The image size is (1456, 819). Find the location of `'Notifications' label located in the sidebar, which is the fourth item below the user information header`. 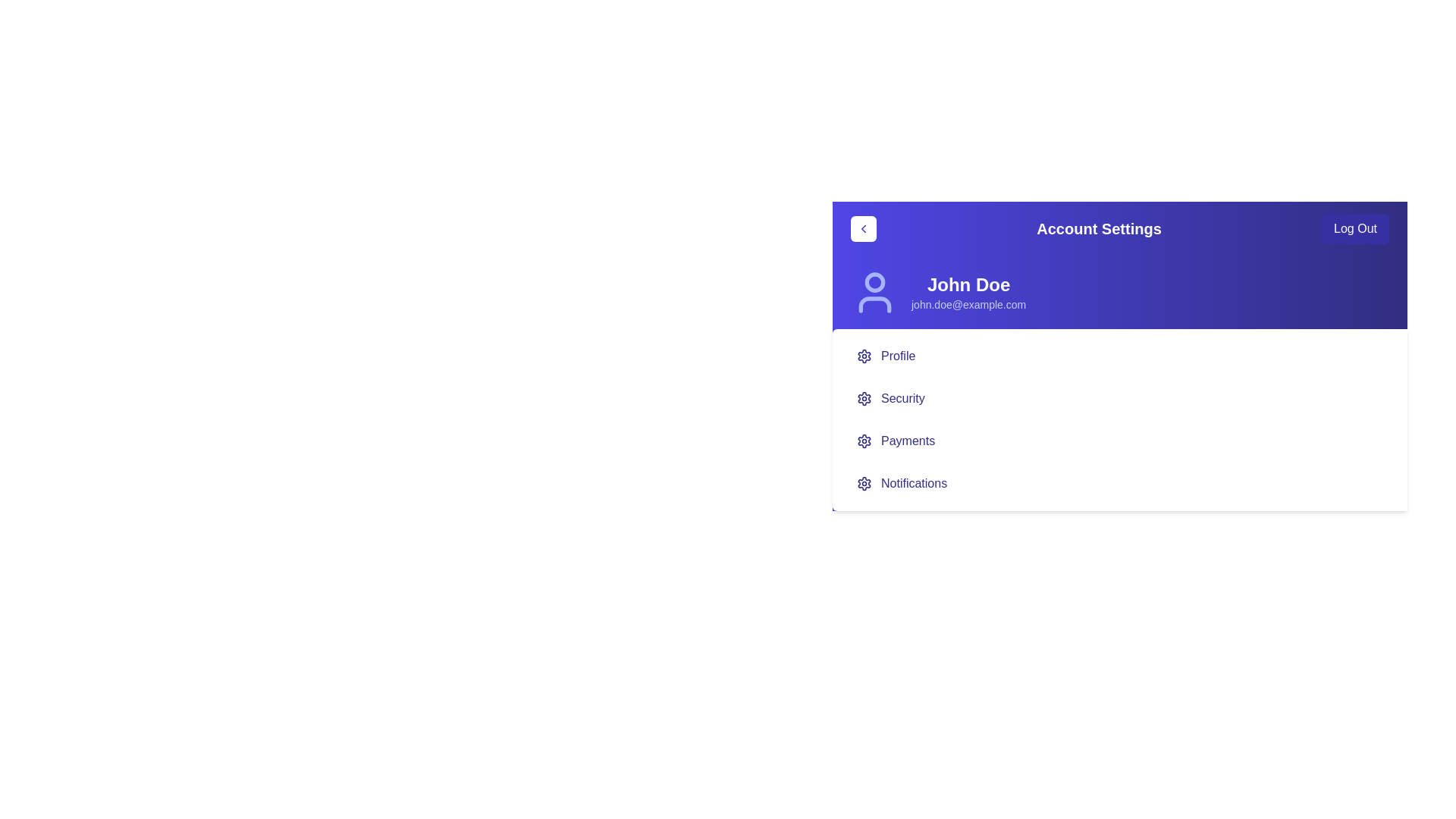

'Notifications' label located in the sidebar, which is the fourth item below the user information header is located at coordinates (913, 483).